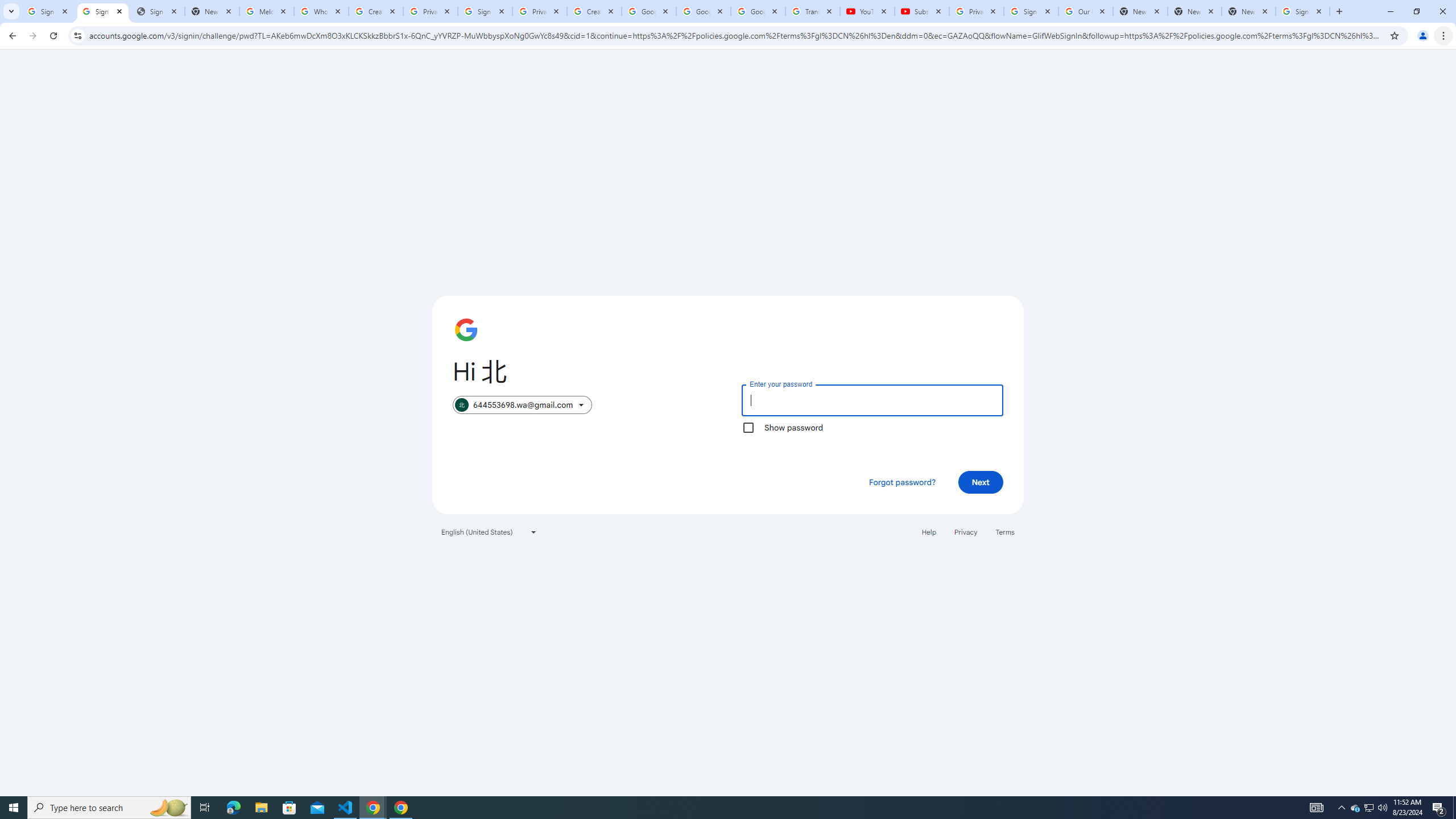 The height and width of the screenshot is (819, 1456). What do you see at coordinates (867, 11) in the screenshot?
I see `'YouTube'` at bounding box center [867, 11].